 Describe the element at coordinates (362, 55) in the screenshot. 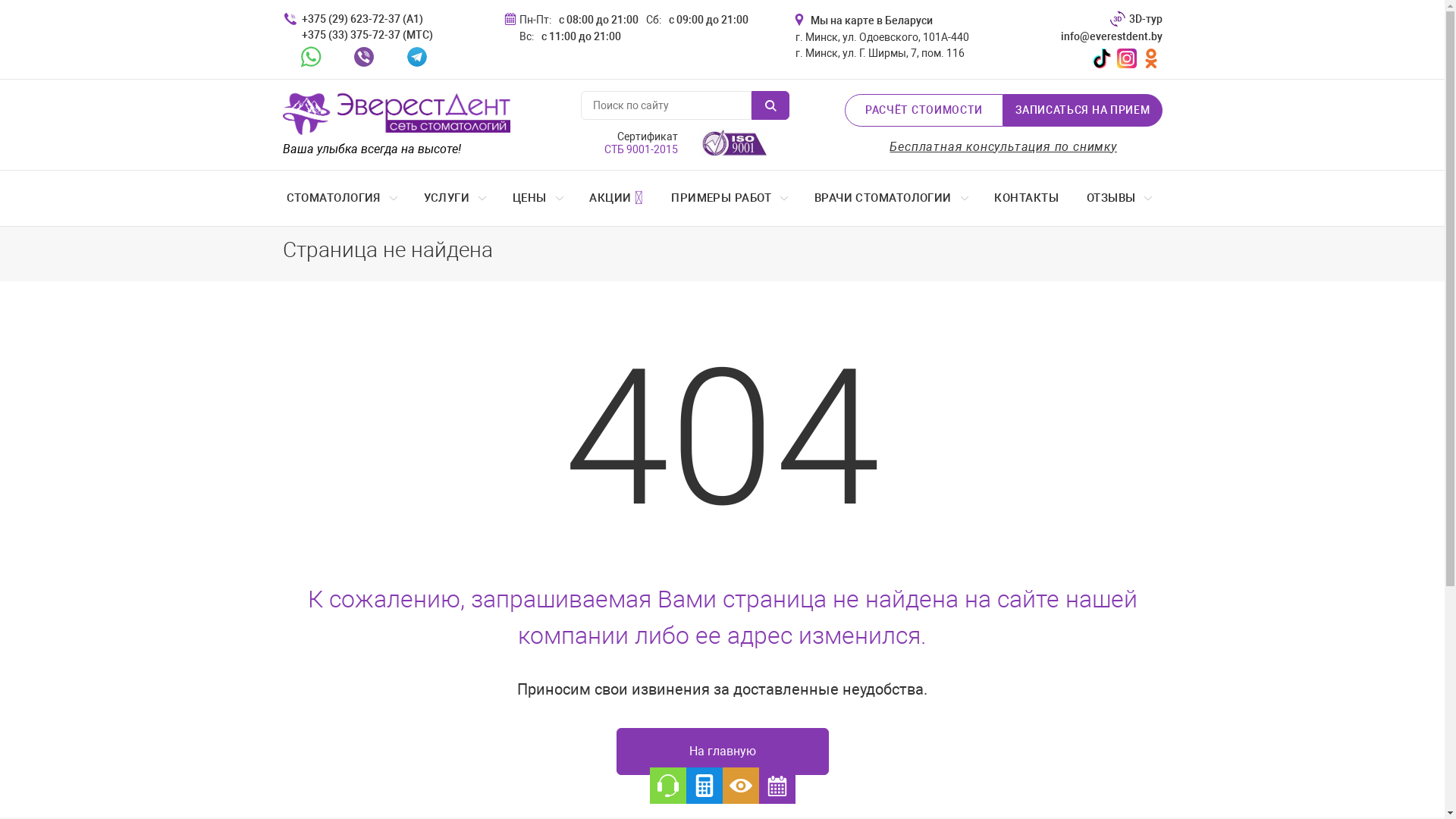

I see `'Viber'` at that location.